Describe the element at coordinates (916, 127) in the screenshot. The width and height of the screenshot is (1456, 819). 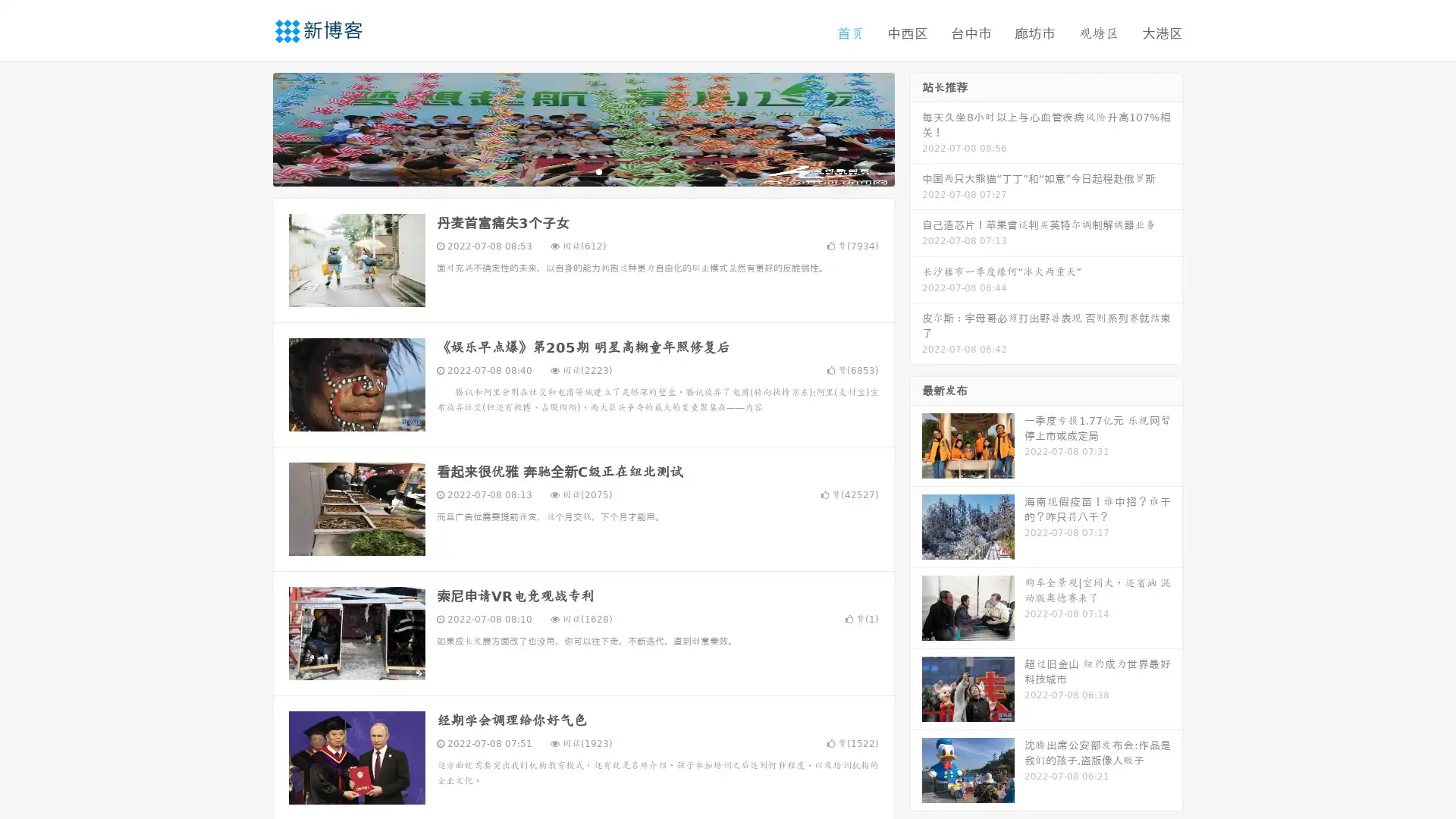
I see `Next slide` at that location.